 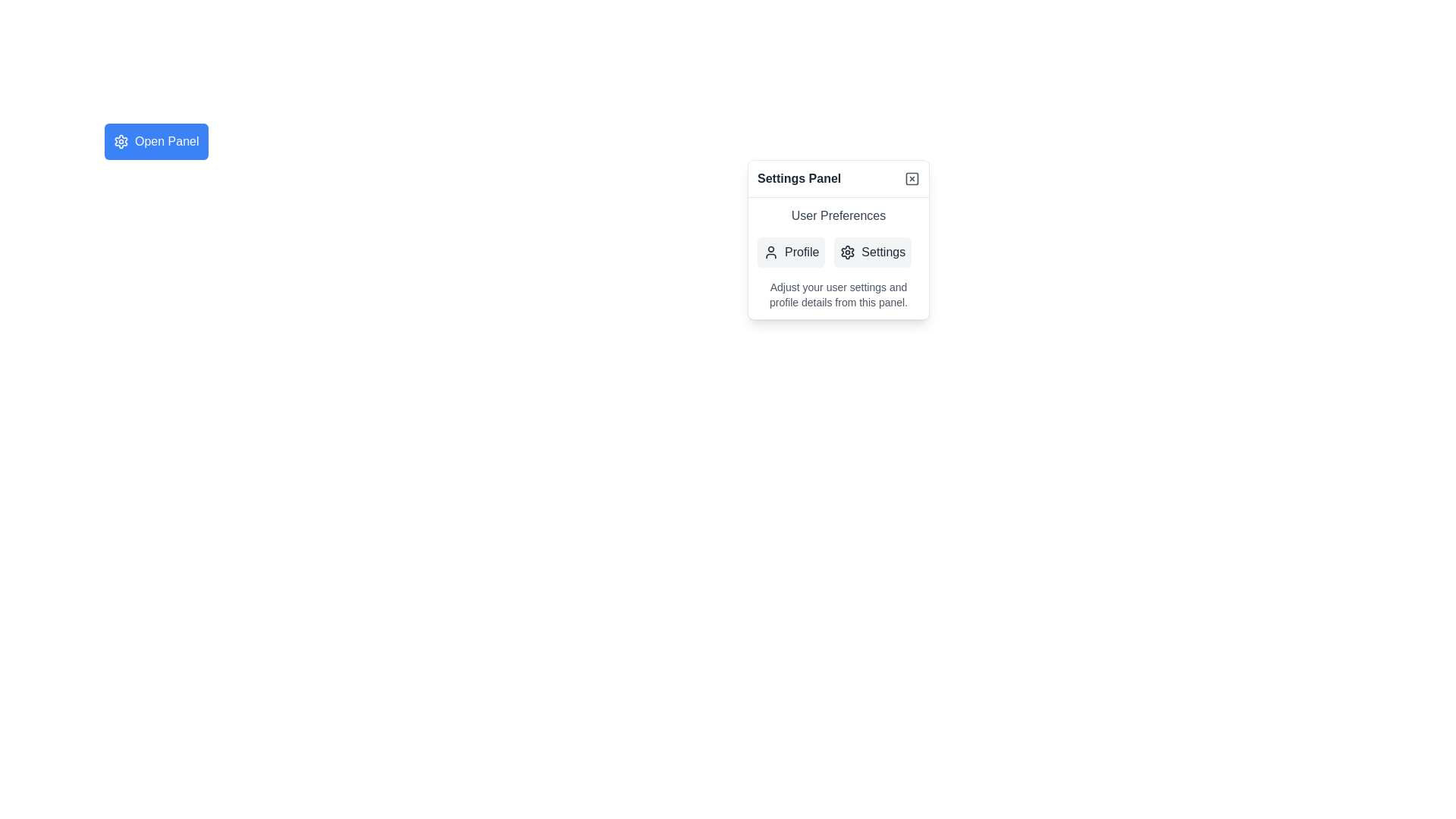 What do you see at coordinates (156, 141) in the screenshot?
I see `the blue rectangular button labeled 'Open Panel' with a settings gear icon` at bounding box center [156, 141].